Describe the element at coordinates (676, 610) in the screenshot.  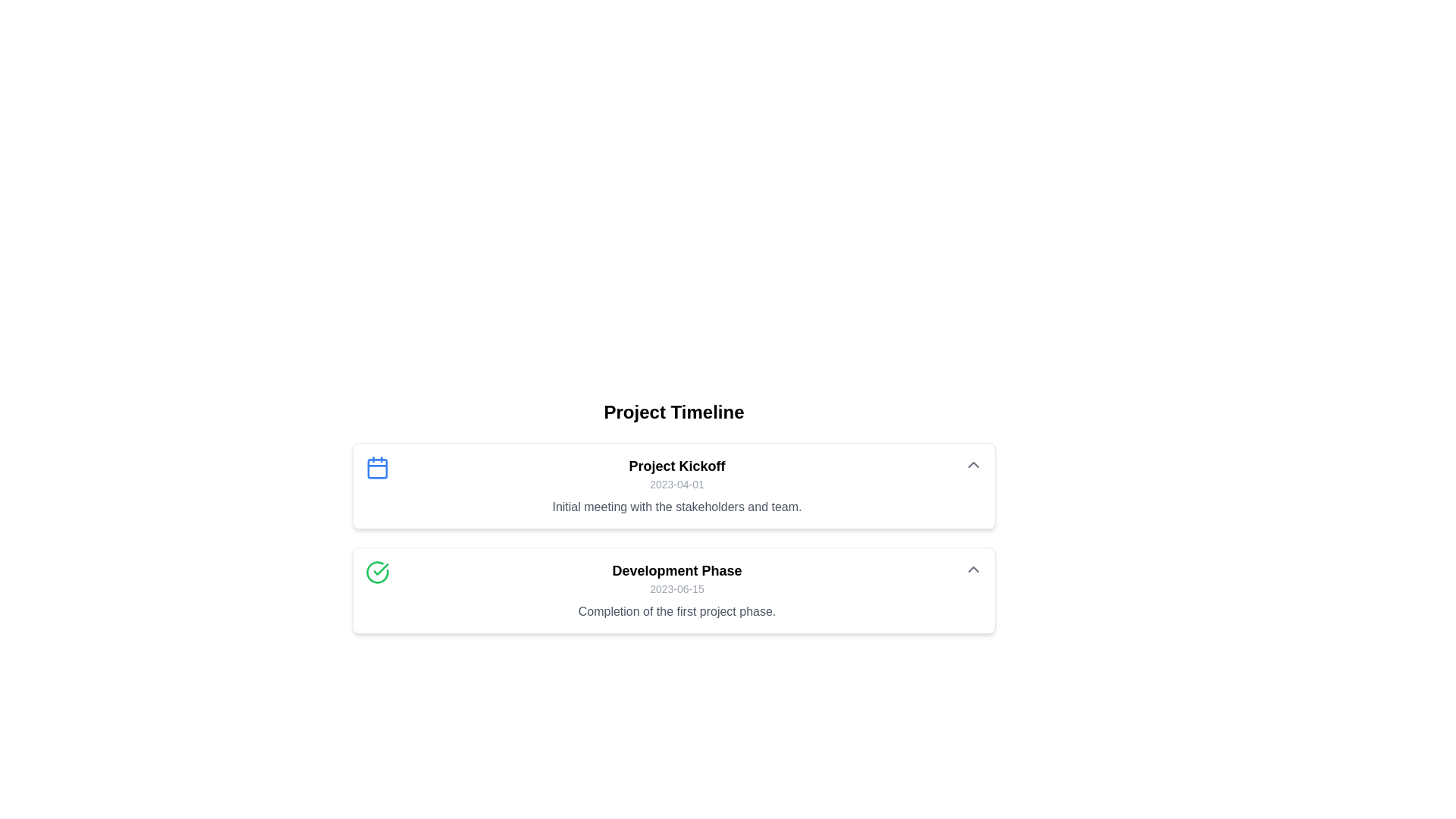
I see `the descriptive text that reads 'Completion of the first project phase.', located below the date '2023-06-15' in the 'Development Phase' timeline card` at that location.